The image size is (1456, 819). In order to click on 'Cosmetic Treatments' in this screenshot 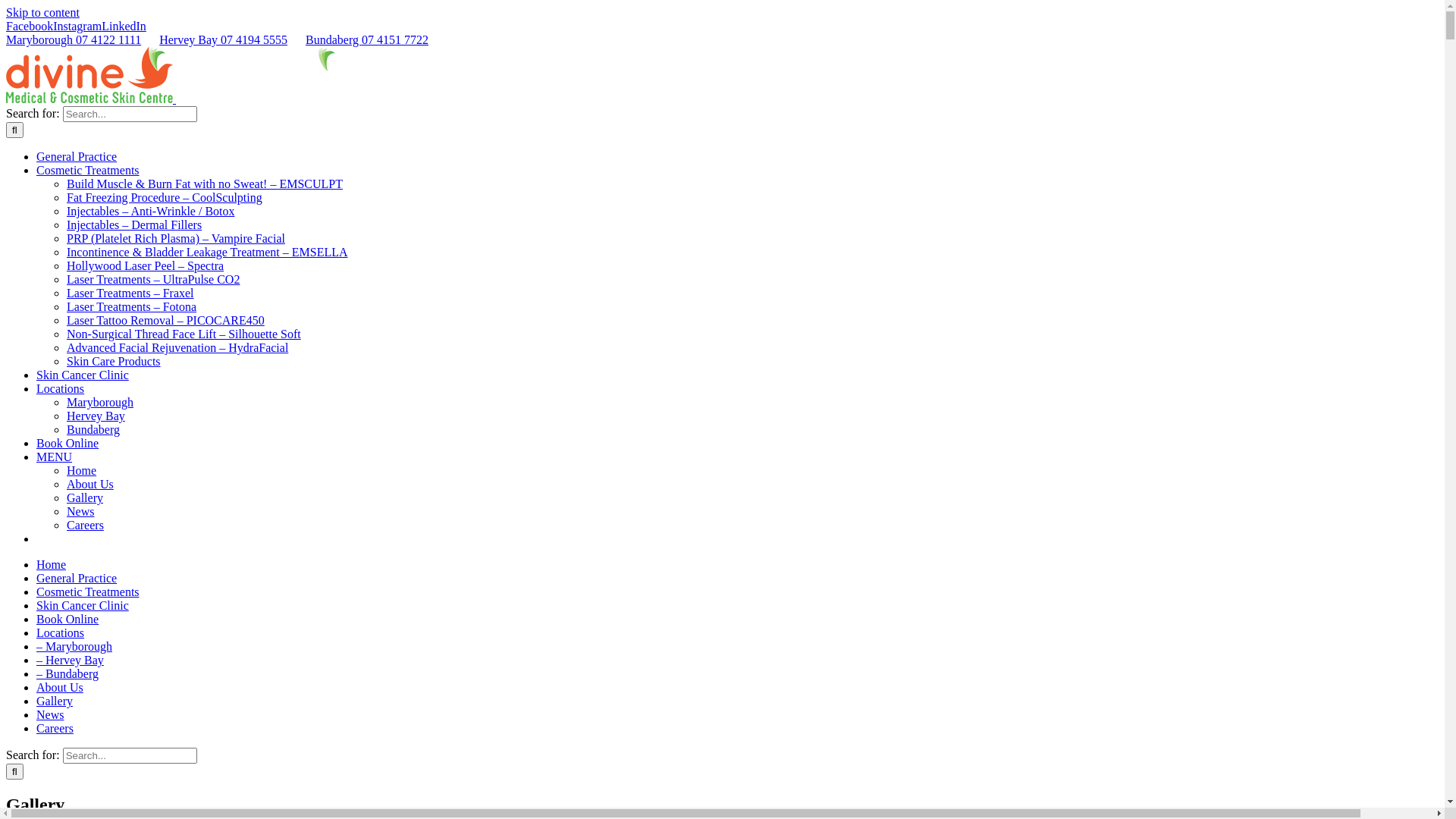, I will do `click(86, 170)`.